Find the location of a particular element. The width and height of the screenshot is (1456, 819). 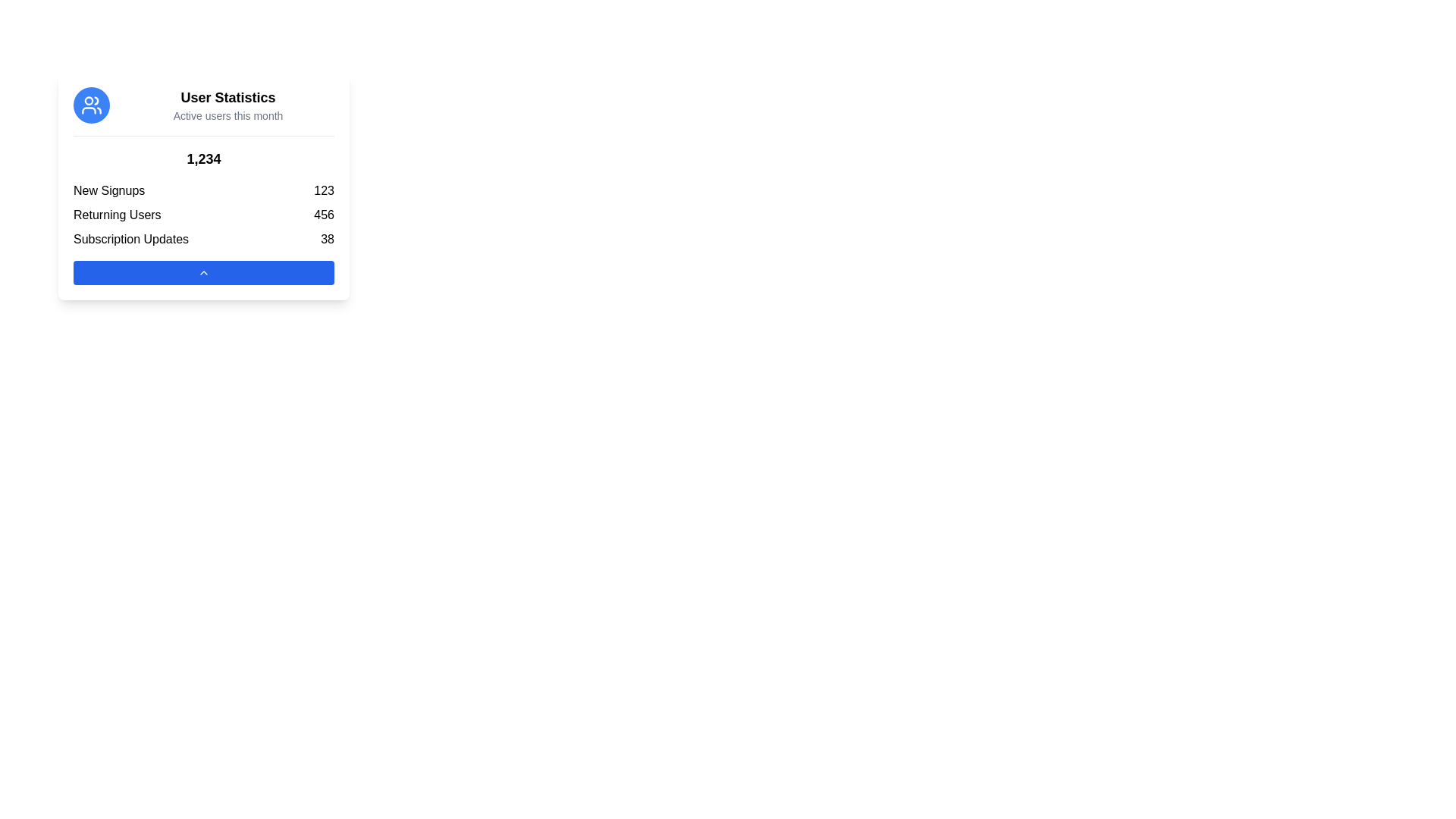

the 'User Statistics' icon located at the top-left corner of its section is located at coordinates (90, 104).